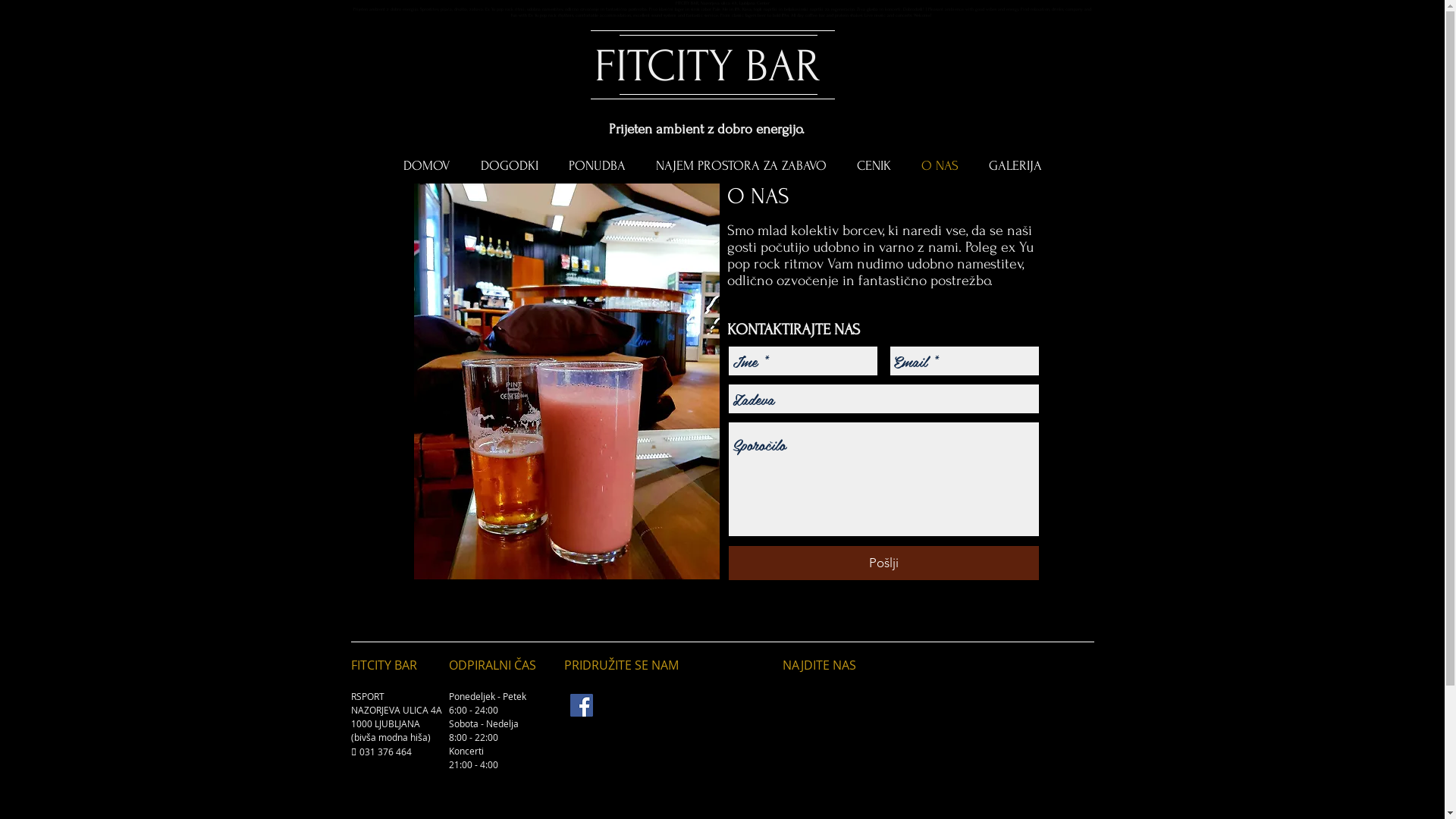 This screenshot has height=819, width=1456. I want to click on 'GALERIJA', so click(973, 166).